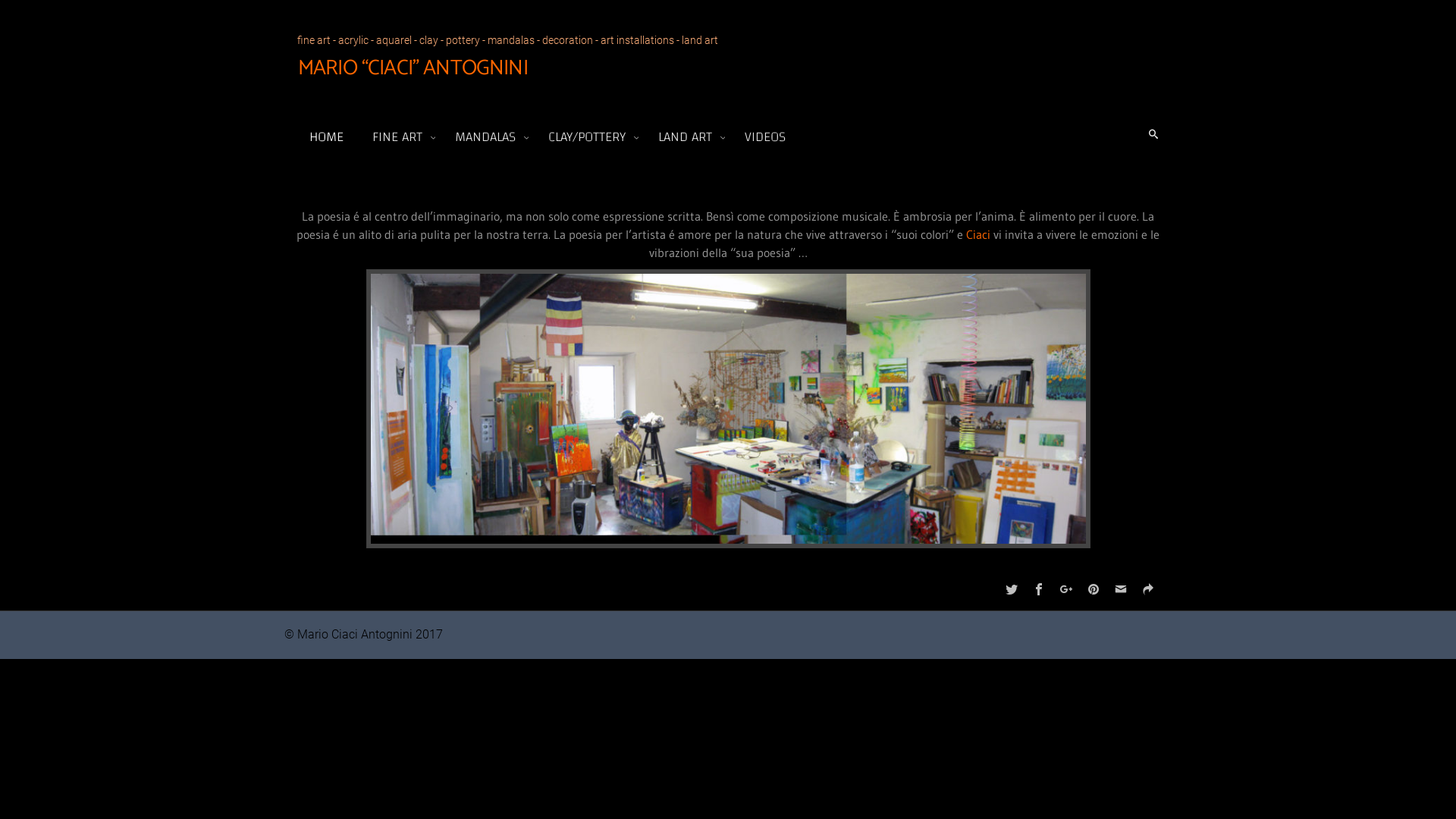  Describe the element at coordinates (488, 136) in the screenshot. I see `'MANDALAS'` at that location.